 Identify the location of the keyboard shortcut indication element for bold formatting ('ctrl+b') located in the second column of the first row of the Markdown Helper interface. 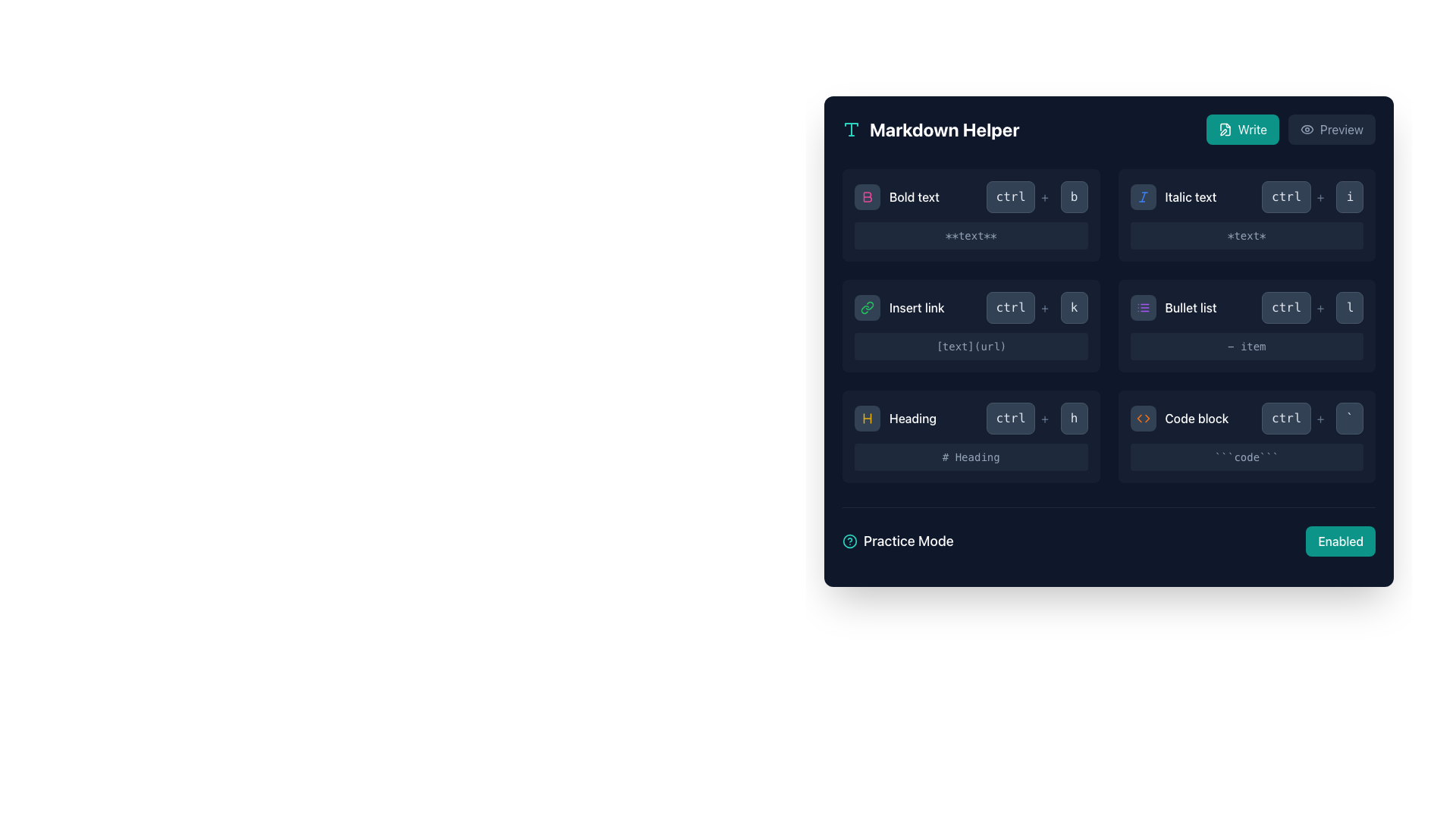
(1036, 196).